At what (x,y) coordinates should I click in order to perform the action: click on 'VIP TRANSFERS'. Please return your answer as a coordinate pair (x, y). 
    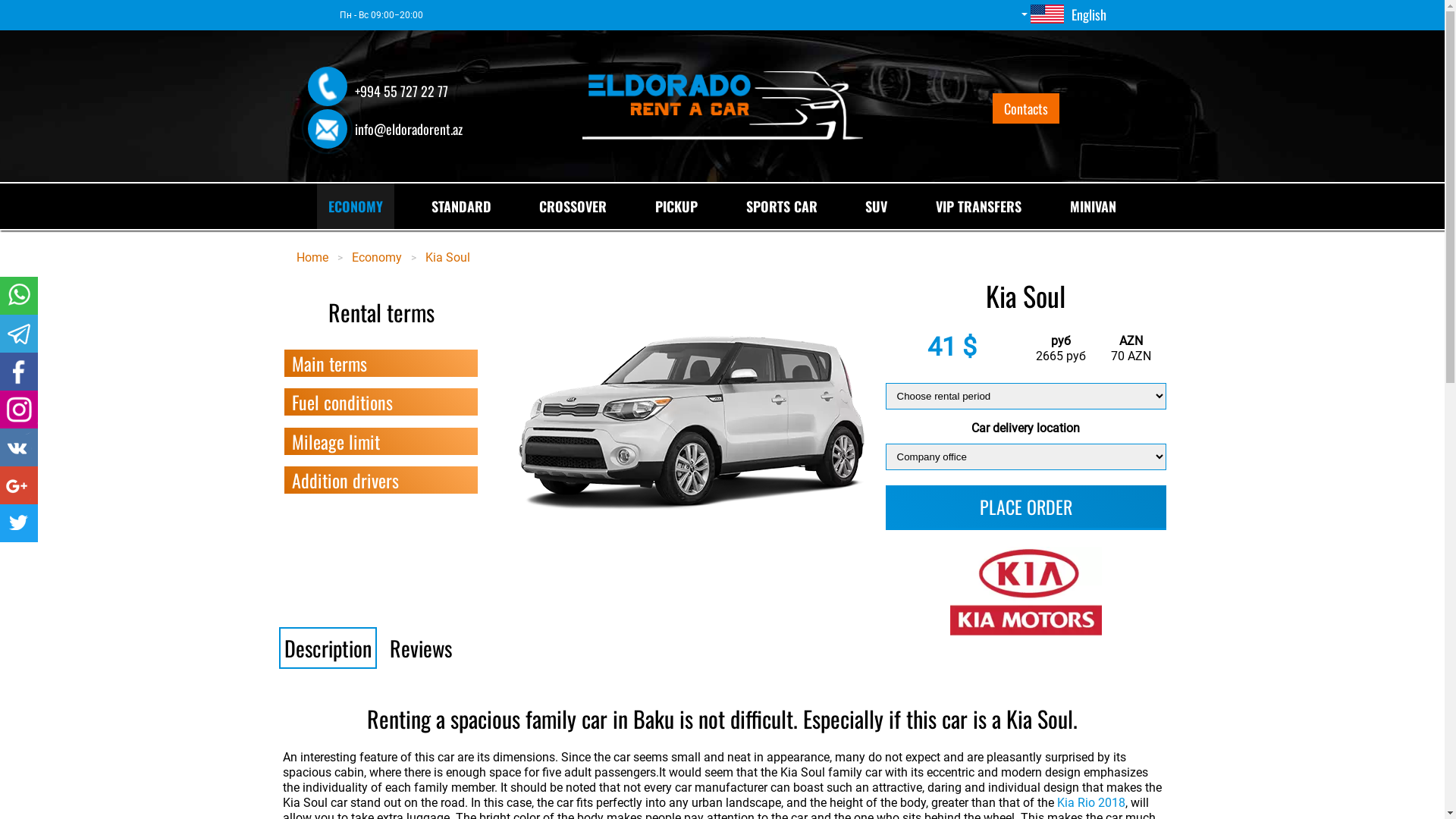
    Looking at the image, I should click on (978, 206).